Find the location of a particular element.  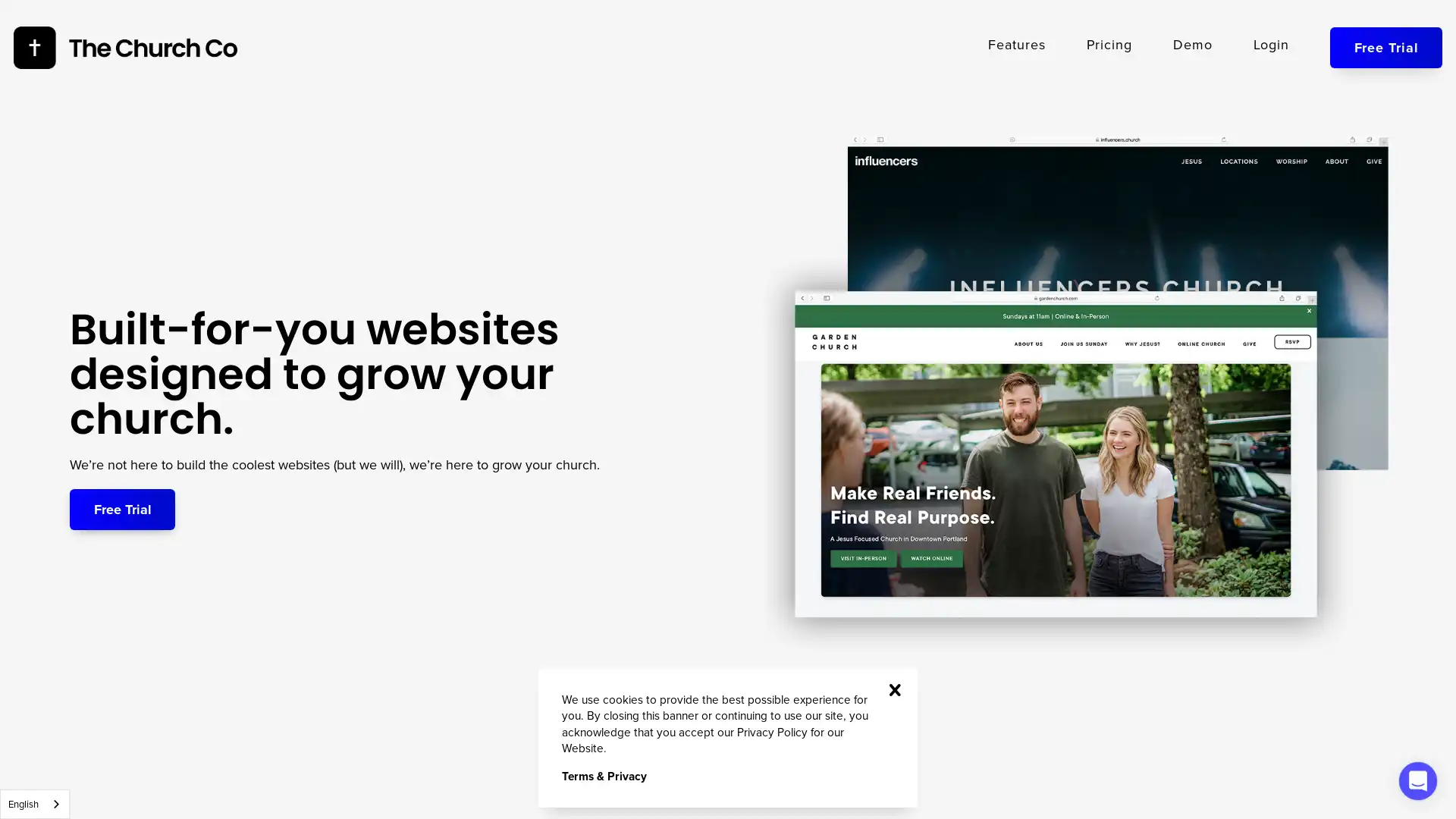

Open Intercom Messenger is located at coordinates (1417, 780).